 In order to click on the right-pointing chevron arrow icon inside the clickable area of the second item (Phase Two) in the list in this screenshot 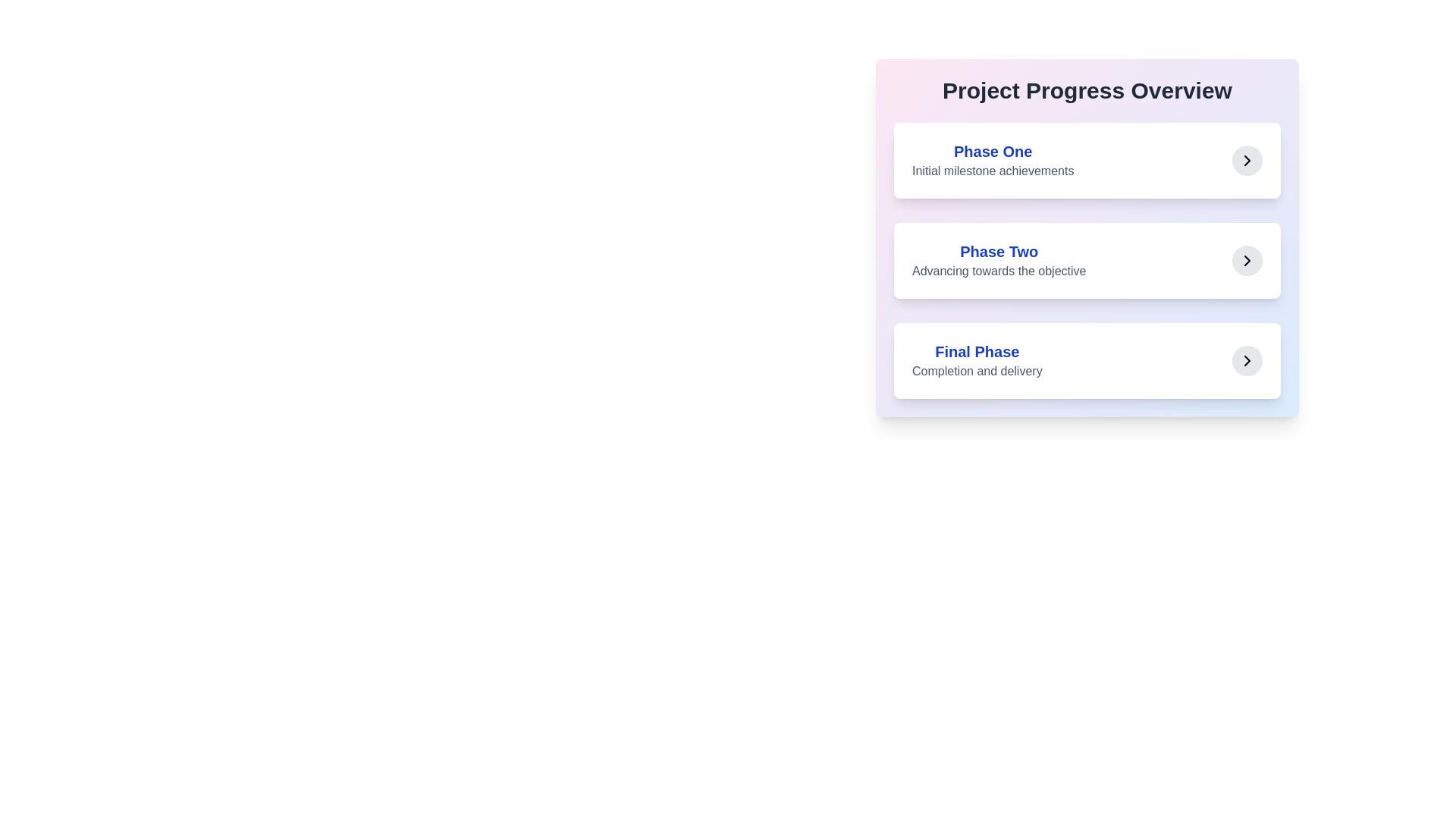, I will do `click(1247, 259)`.